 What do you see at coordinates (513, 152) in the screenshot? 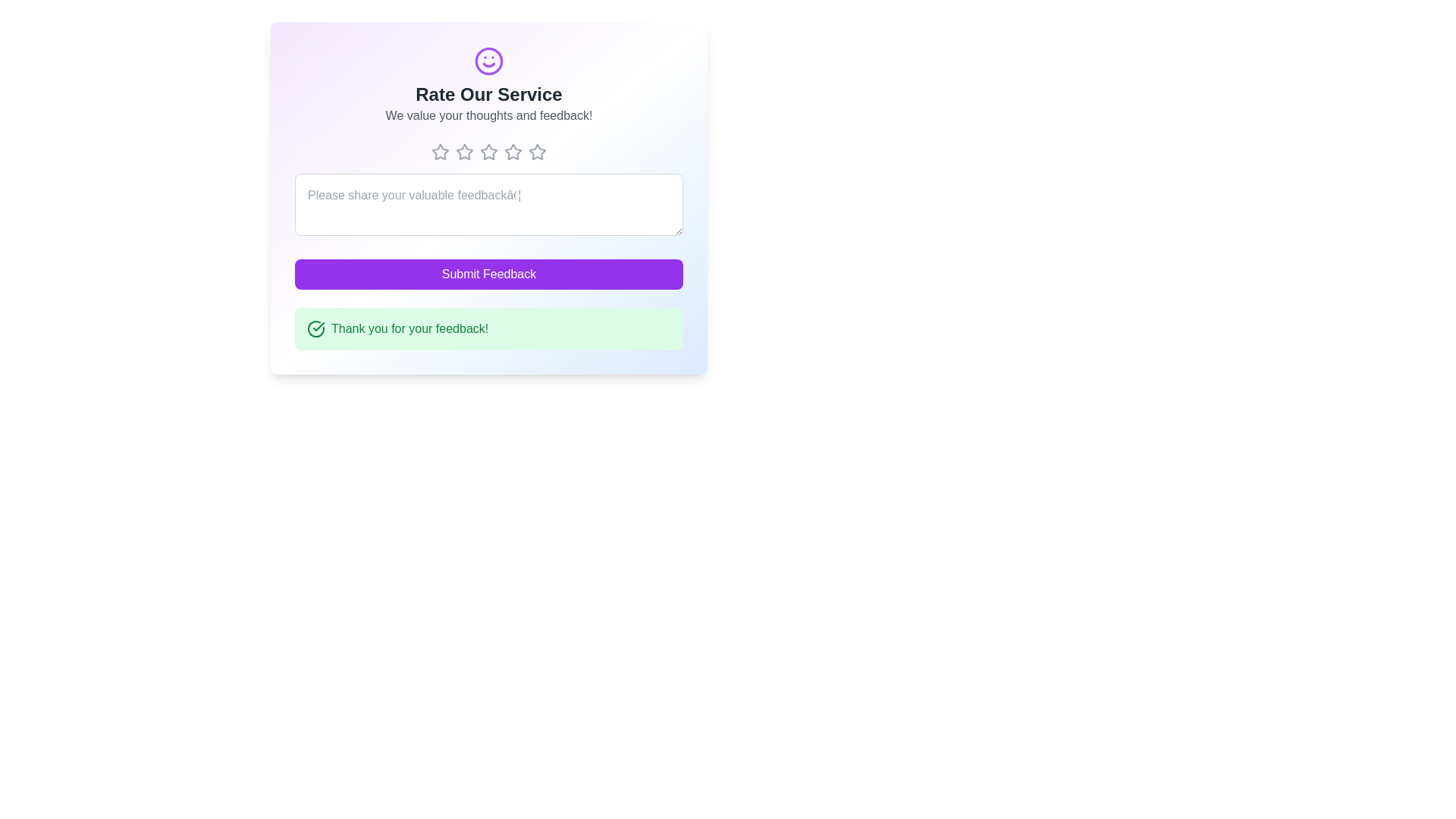
I see `the third star in the interactive rating icon` at bounding box center [513, 152].